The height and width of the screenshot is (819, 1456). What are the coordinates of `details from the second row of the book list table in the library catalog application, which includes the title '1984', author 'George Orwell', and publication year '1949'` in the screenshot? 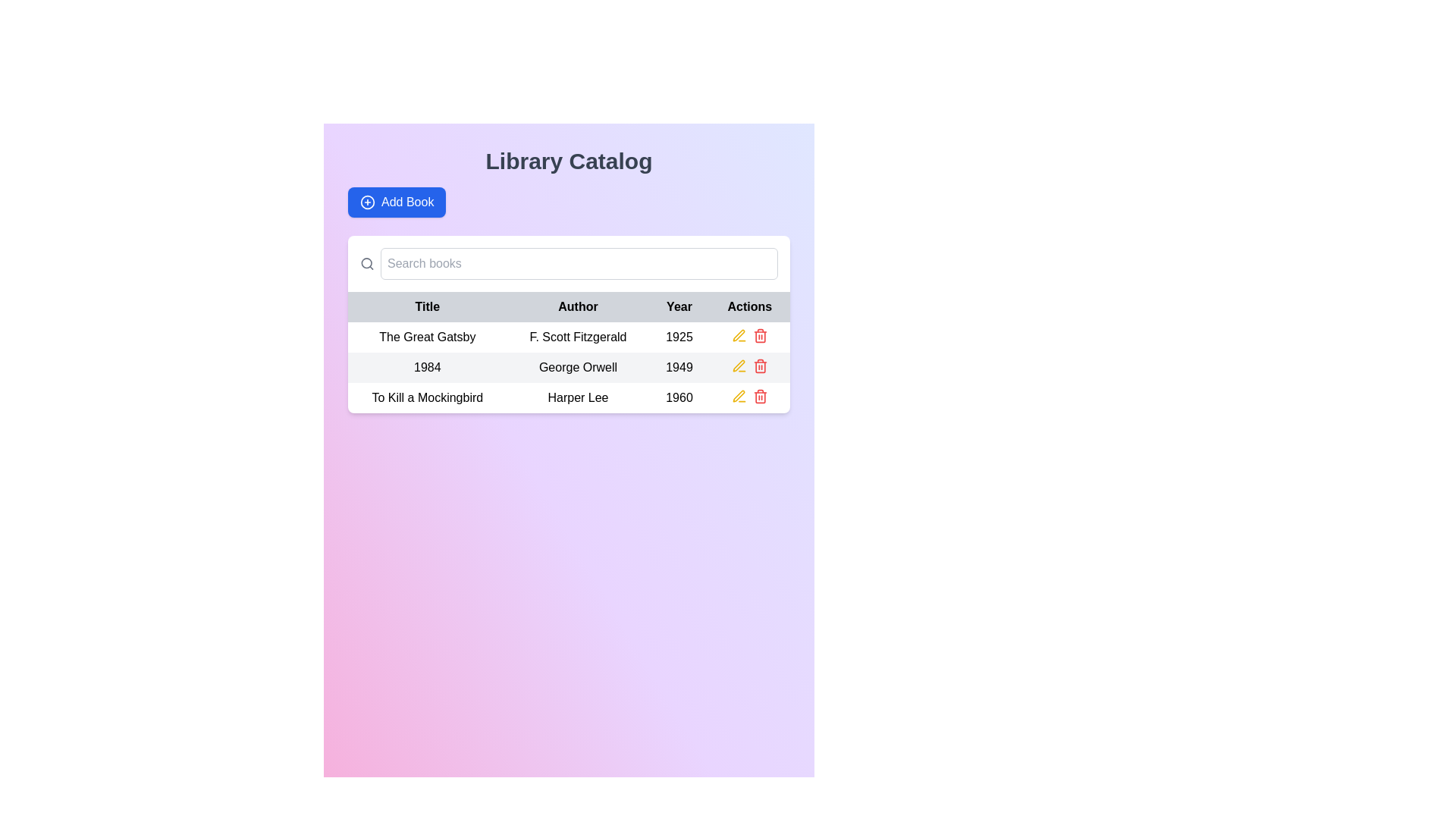 It's located at (568, 368).